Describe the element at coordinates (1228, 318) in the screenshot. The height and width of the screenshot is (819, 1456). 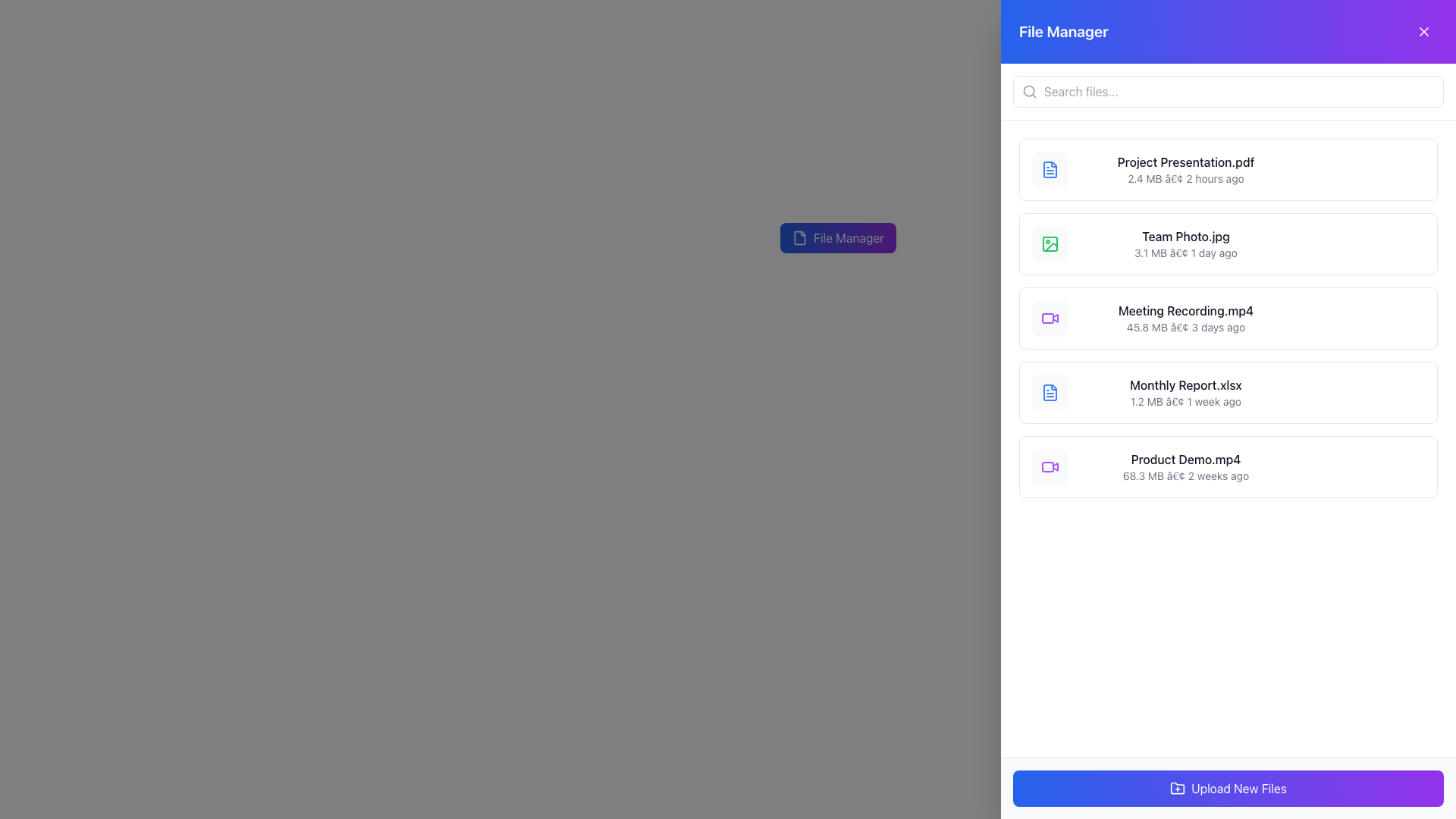
I see `the file entry representing 'Meeting Recording.mp4'` at that location.